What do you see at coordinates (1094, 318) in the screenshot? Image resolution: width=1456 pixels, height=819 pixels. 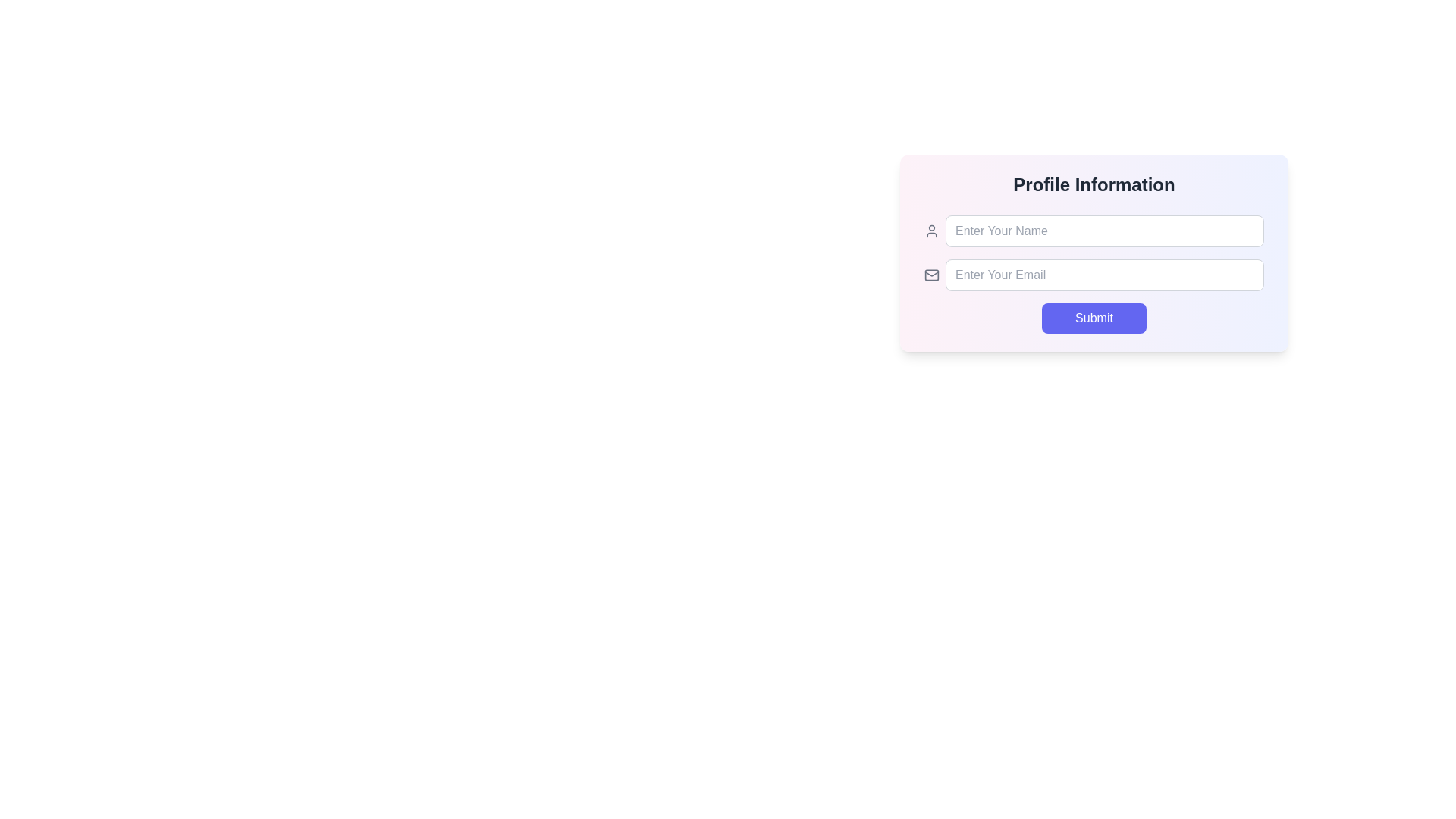 I see `the 'Submit' button located below the input fields` at bounding box center [1094, 318].